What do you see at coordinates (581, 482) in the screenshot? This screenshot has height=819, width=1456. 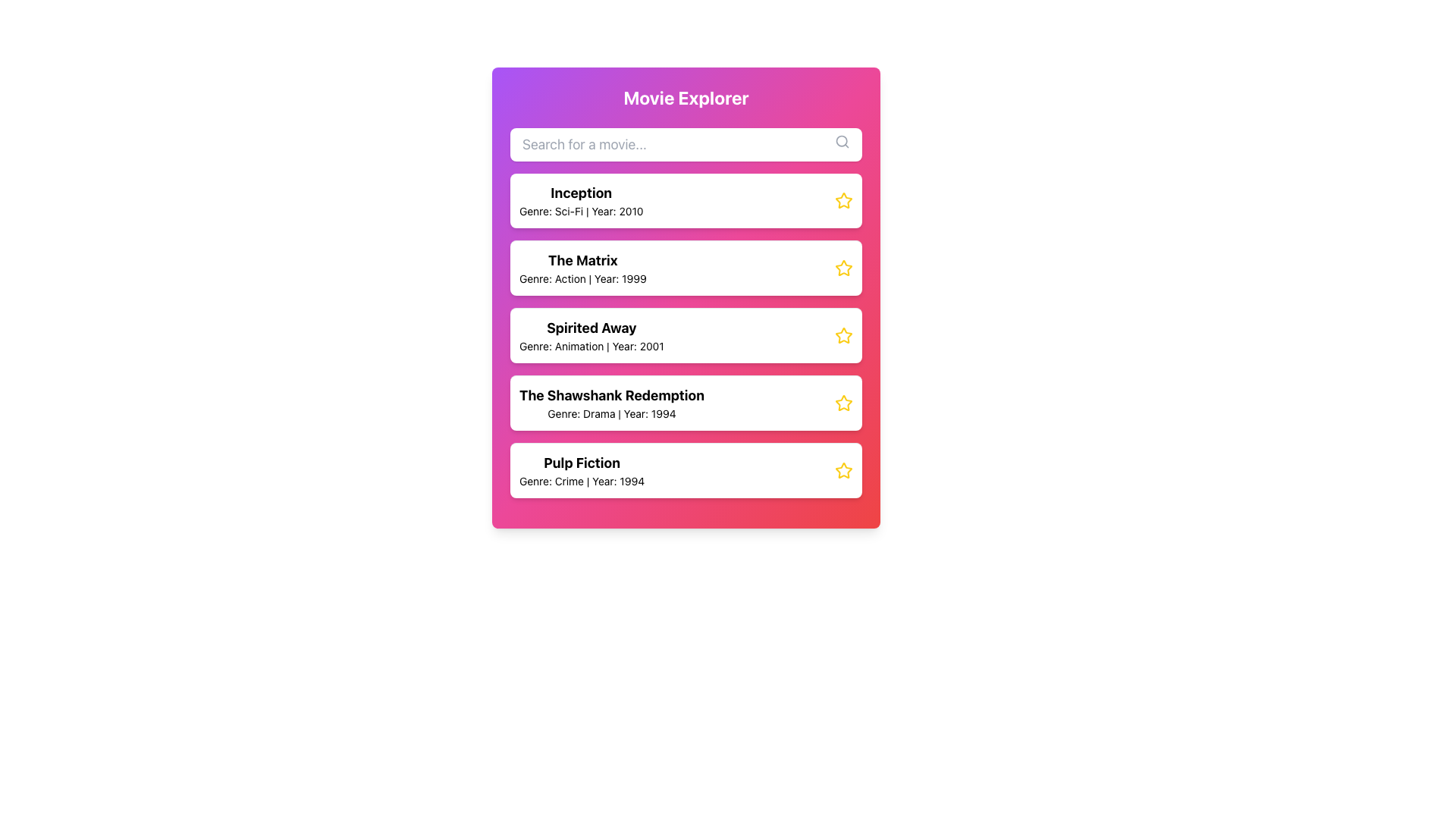 I see `text label displaying the genre and year details of the movie 'Pulp Fiction', which is located below the title in the last white card component` at bounding box center [581, 482].